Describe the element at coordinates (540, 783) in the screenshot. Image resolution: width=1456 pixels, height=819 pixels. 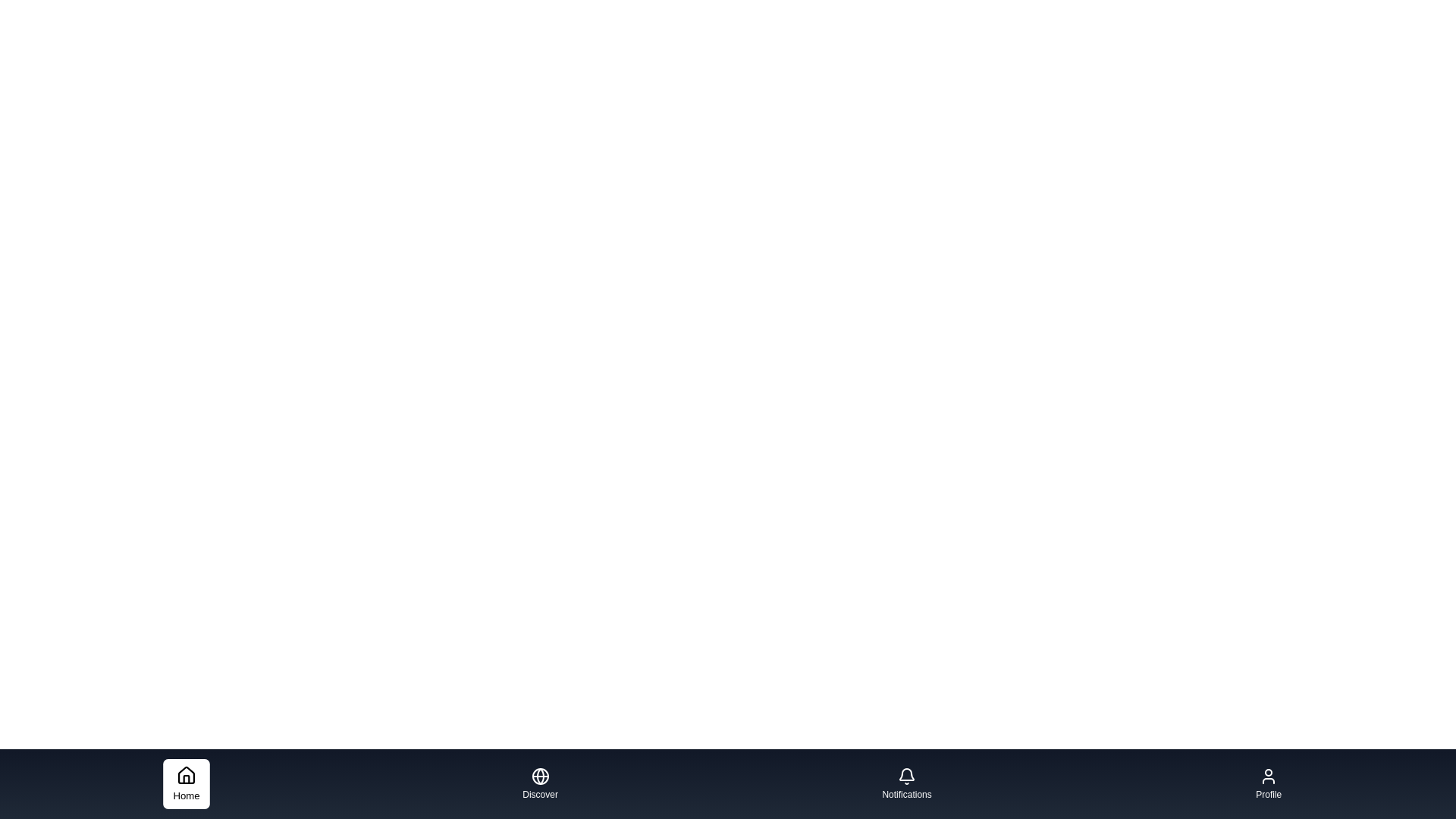
I see `the Discover navigation tab to activate it` at that location.